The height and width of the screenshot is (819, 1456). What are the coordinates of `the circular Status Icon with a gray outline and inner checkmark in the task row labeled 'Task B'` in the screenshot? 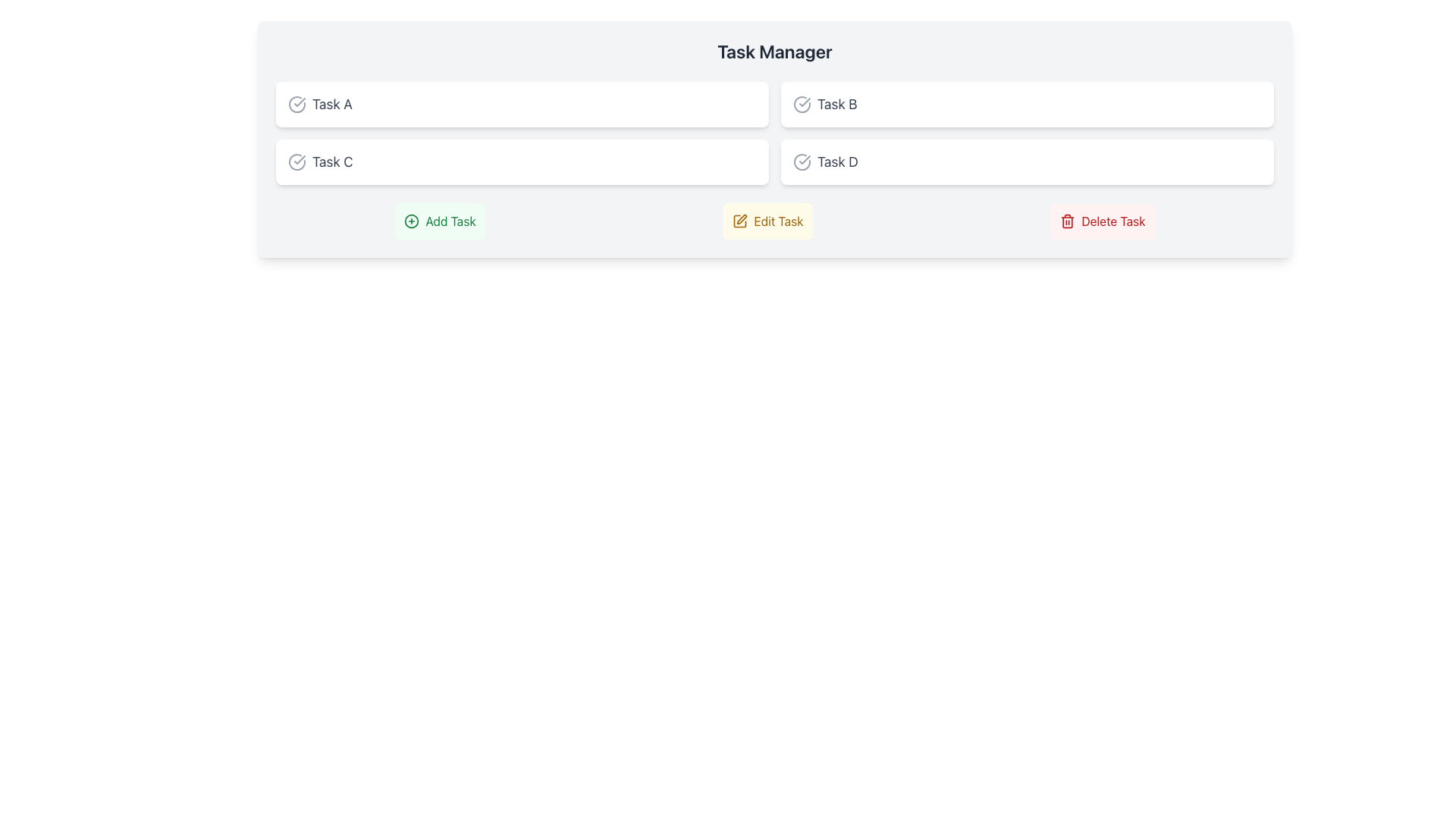 It's located at (801, 104).